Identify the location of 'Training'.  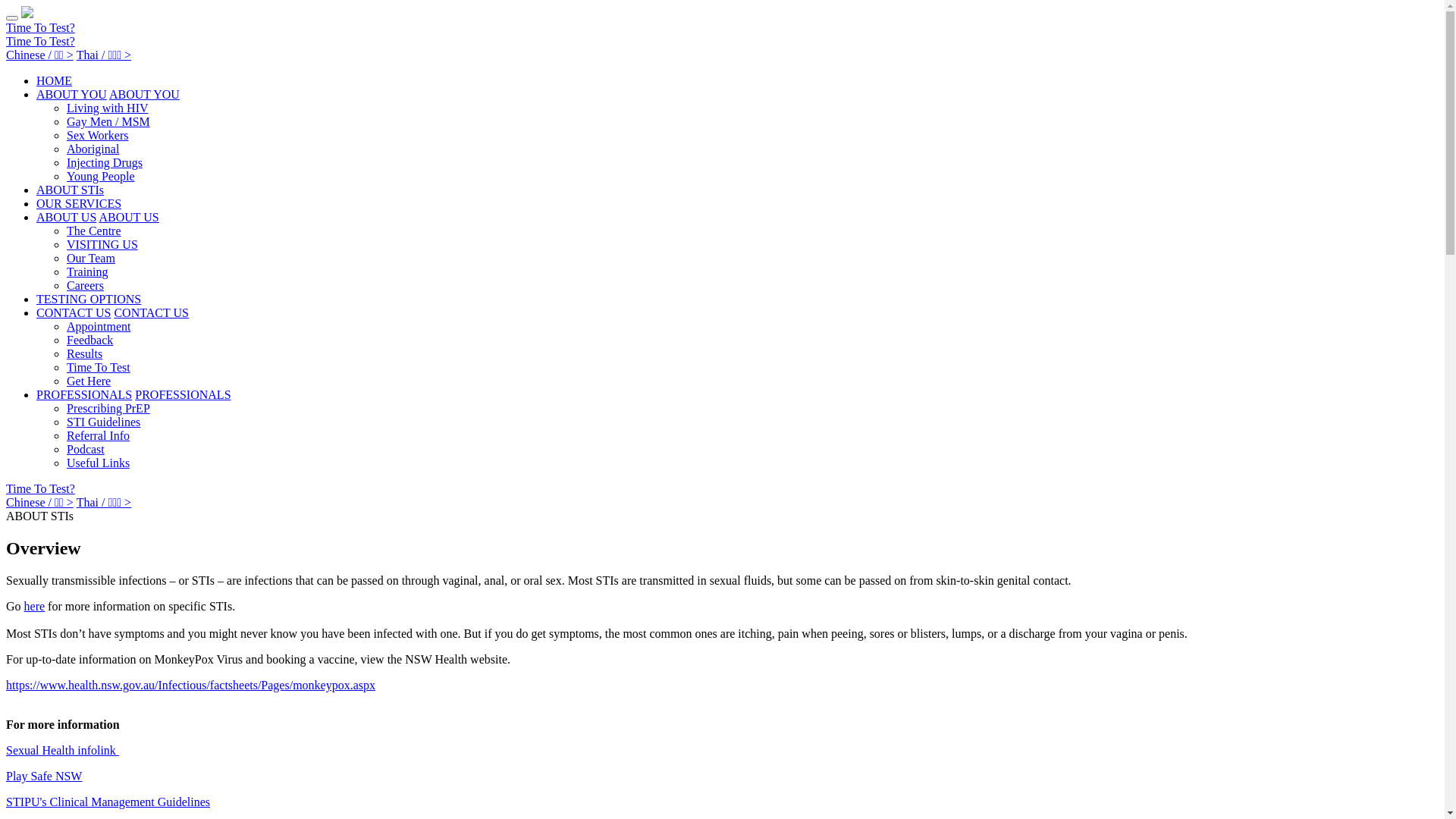
(86, 271).